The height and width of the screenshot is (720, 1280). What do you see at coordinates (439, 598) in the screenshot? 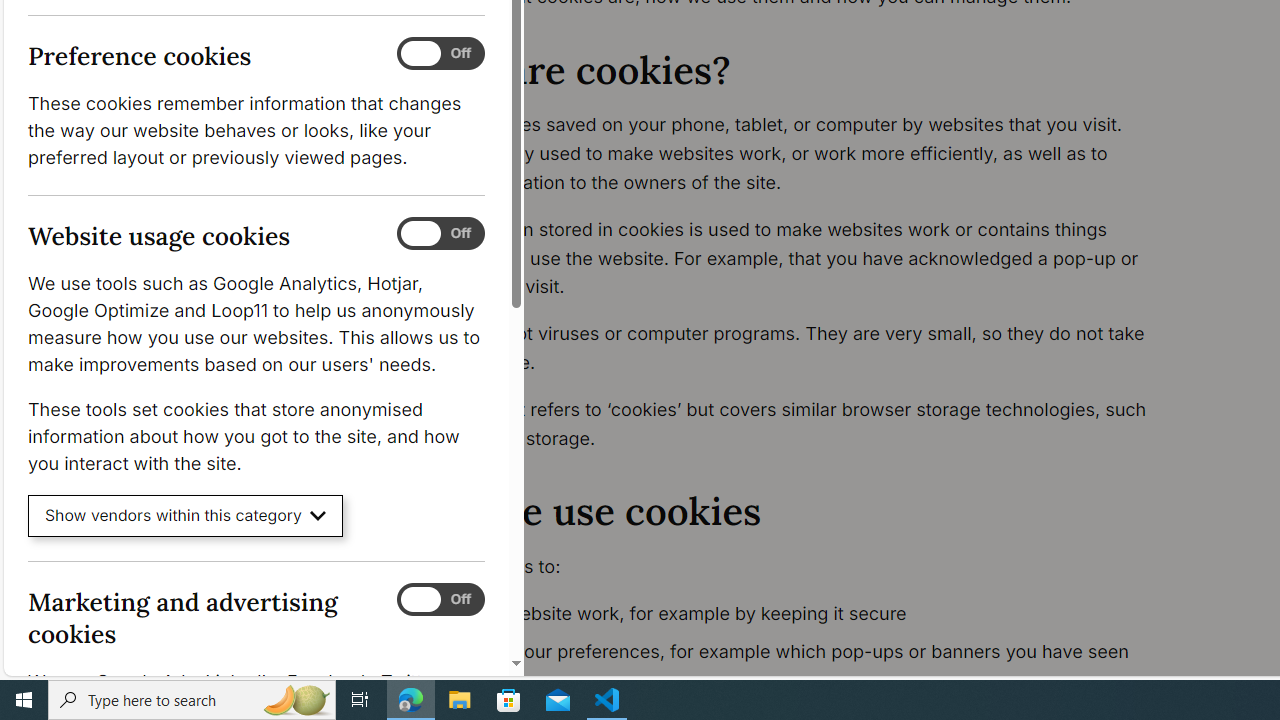
I see `'Marketing and advertising cookies'` at bounding box center [439, 598].